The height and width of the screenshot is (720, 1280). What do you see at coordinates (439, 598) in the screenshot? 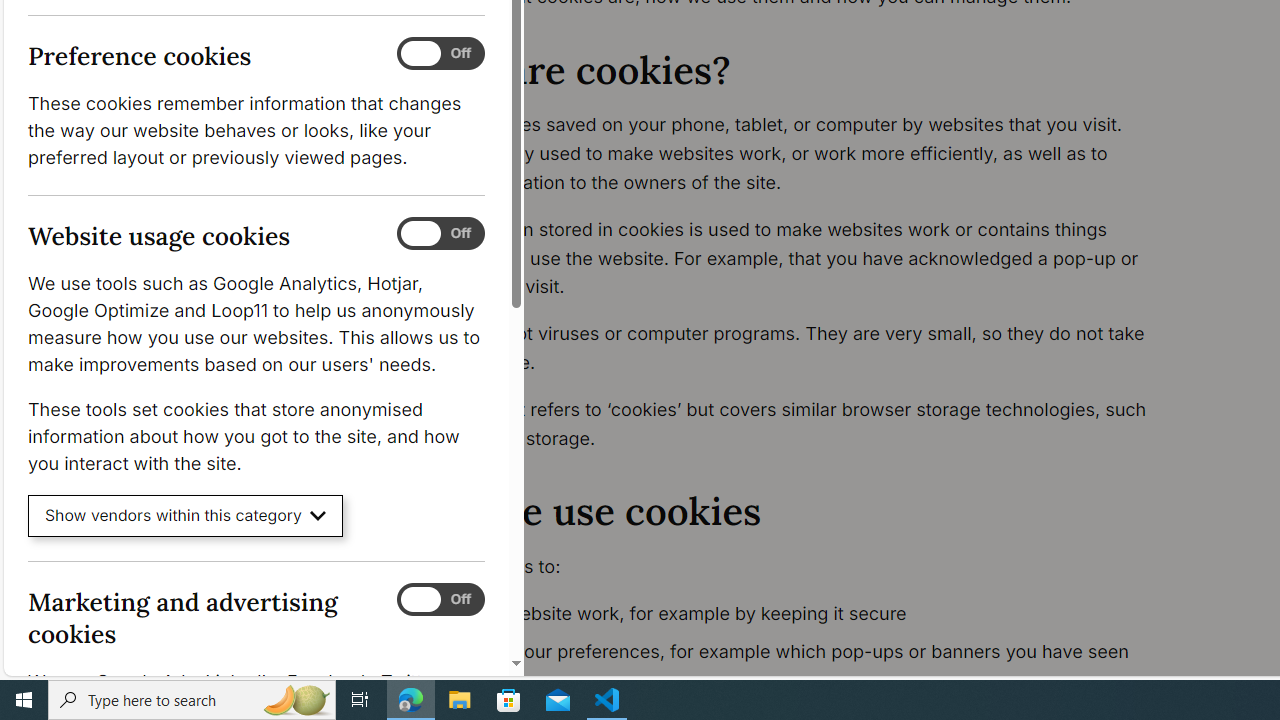
I see `'Marketing and advertising cookies'` at bounding box center [439, 598].